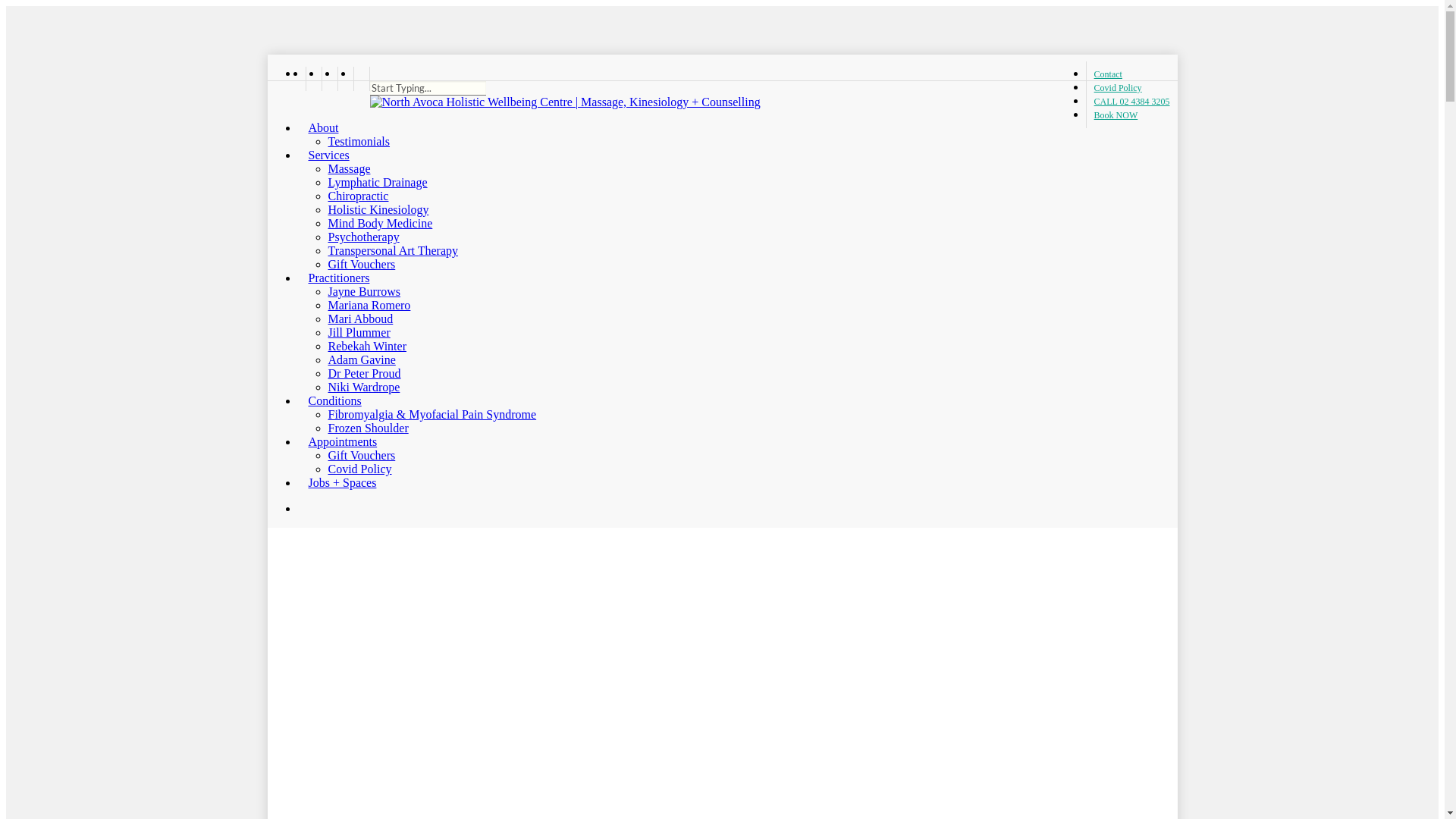 The height and width of the screenshot is (819, 1456). I want to click on 'CALL 02 4384 3205', so click(1084, 102).